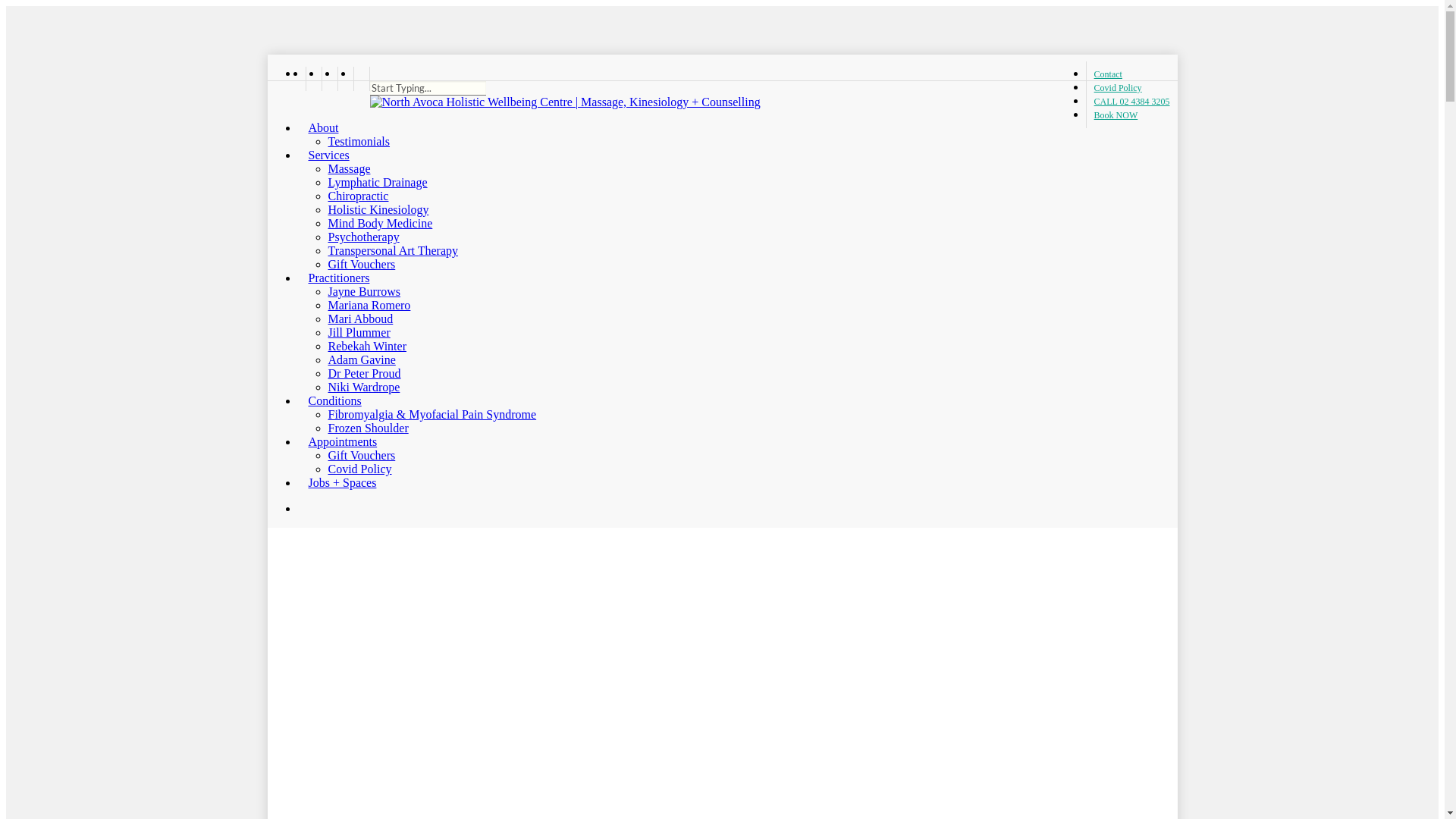 The height and width of the screenshot is (819, 1456). I want to click on 'CALL 02 4384 3205', so click(1084, 102).